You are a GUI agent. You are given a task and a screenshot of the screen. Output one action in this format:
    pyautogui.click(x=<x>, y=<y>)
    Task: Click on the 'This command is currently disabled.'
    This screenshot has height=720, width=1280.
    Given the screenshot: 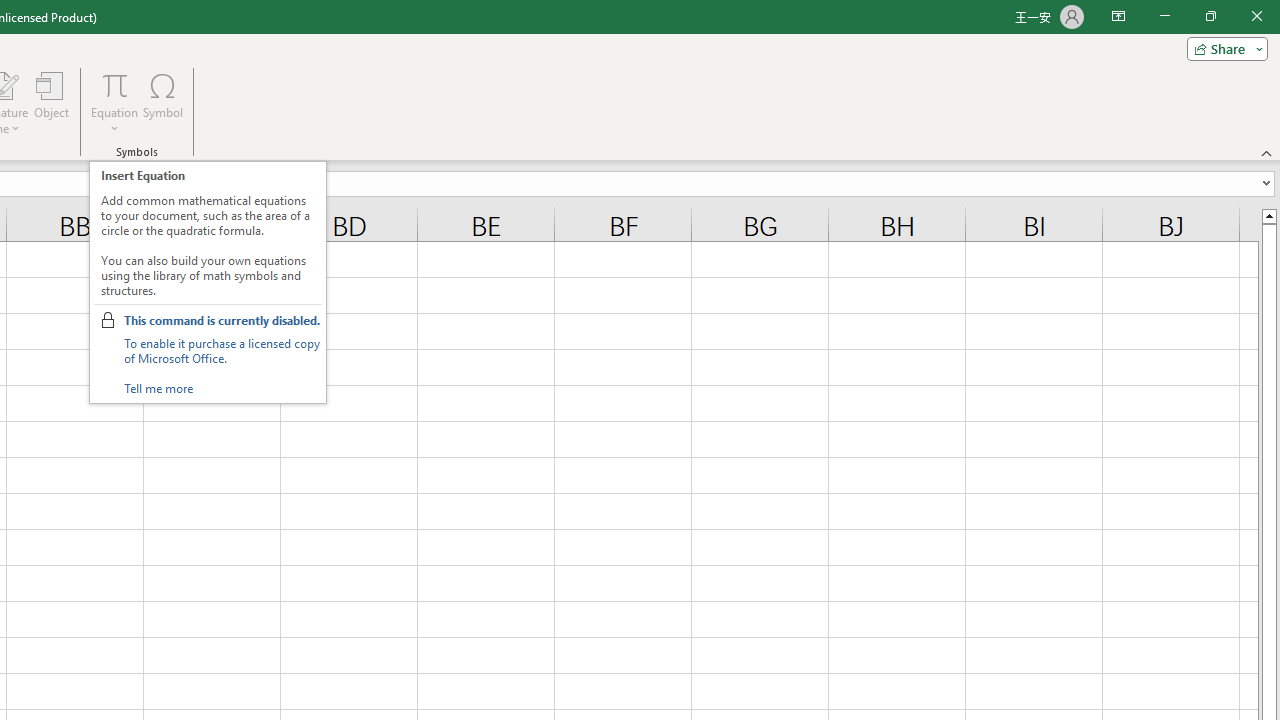 What is the action you would take?
    pyautogui.click(x=222, y=319)
    